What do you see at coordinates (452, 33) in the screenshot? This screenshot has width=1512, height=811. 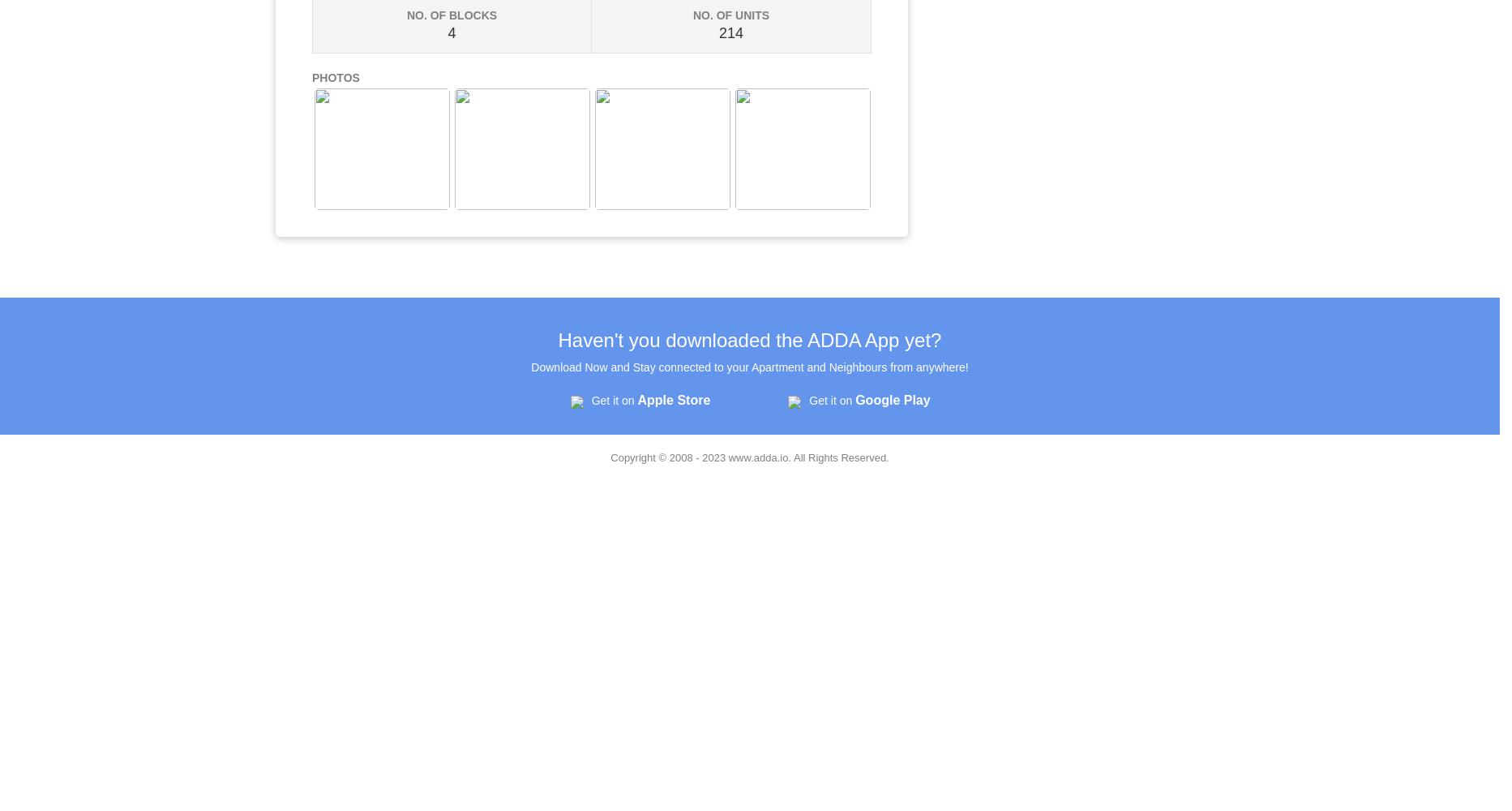 I see `'4'` at bounding box center [452, 33].